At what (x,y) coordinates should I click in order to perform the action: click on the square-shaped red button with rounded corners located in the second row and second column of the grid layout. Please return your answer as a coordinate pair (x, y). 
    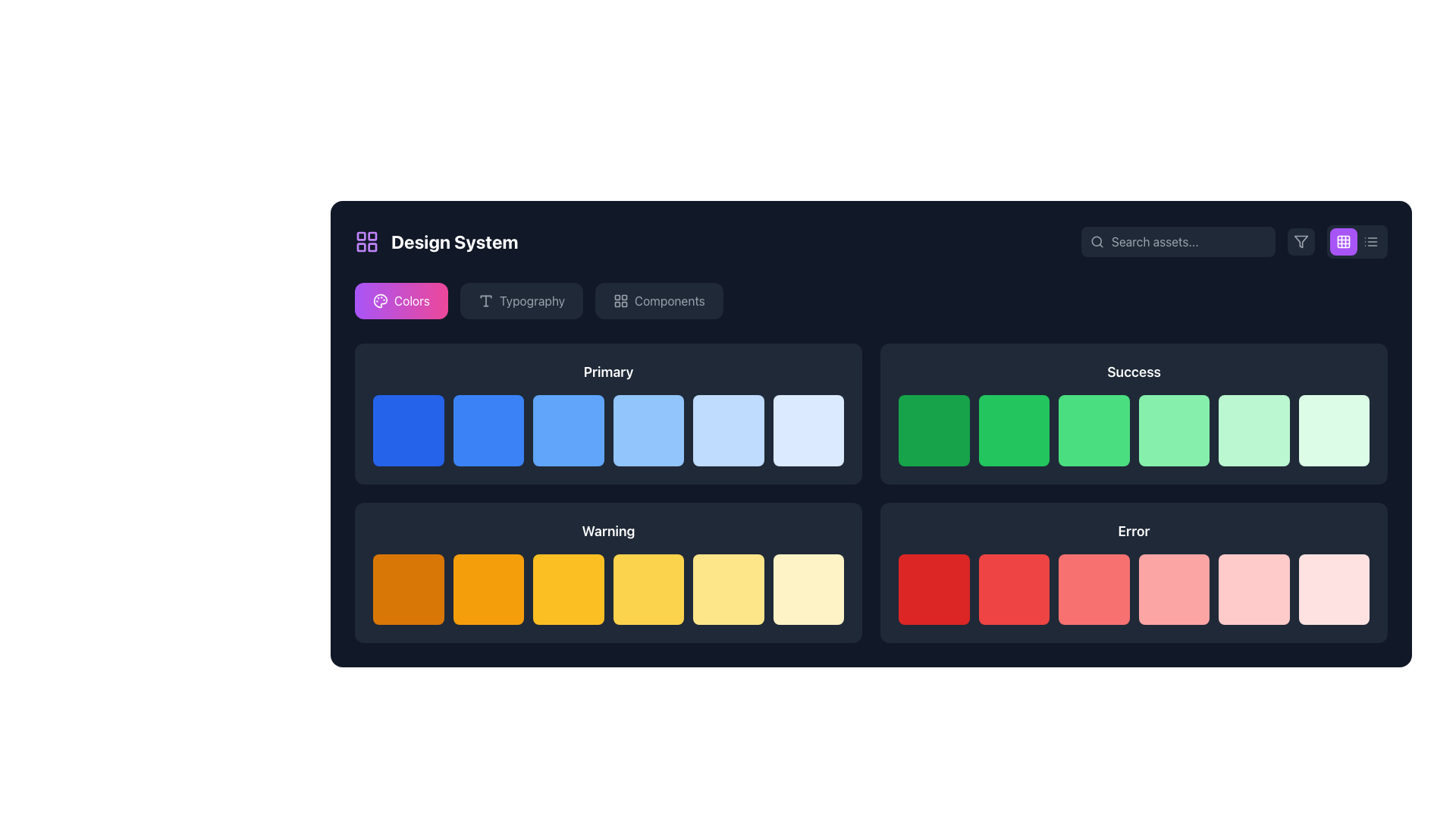
    Looking at the image, I should click on (1014, 588).